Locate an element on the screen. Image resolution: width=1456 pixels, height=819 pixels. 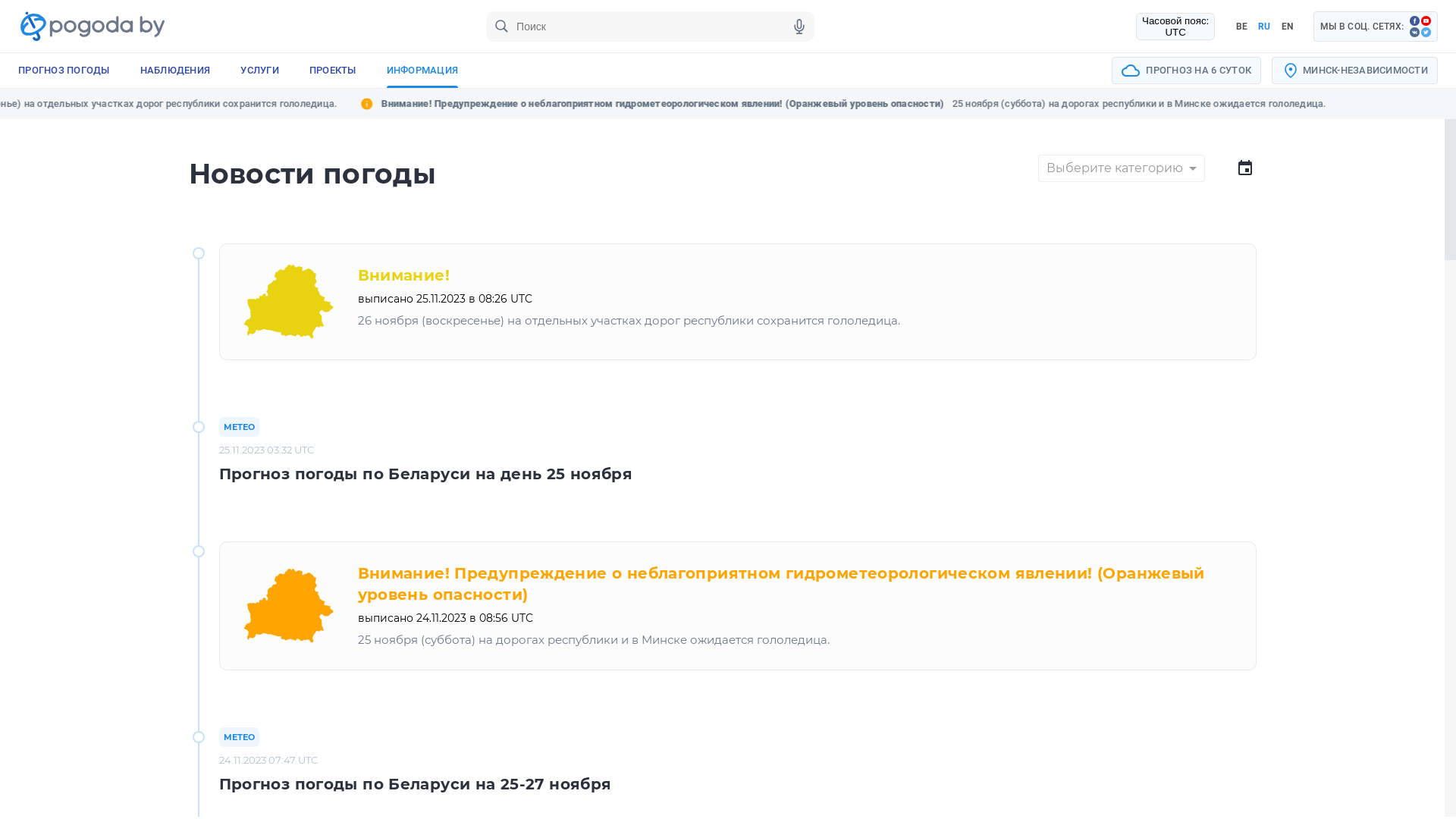
'EN' is located at coordinates (1286, 26).